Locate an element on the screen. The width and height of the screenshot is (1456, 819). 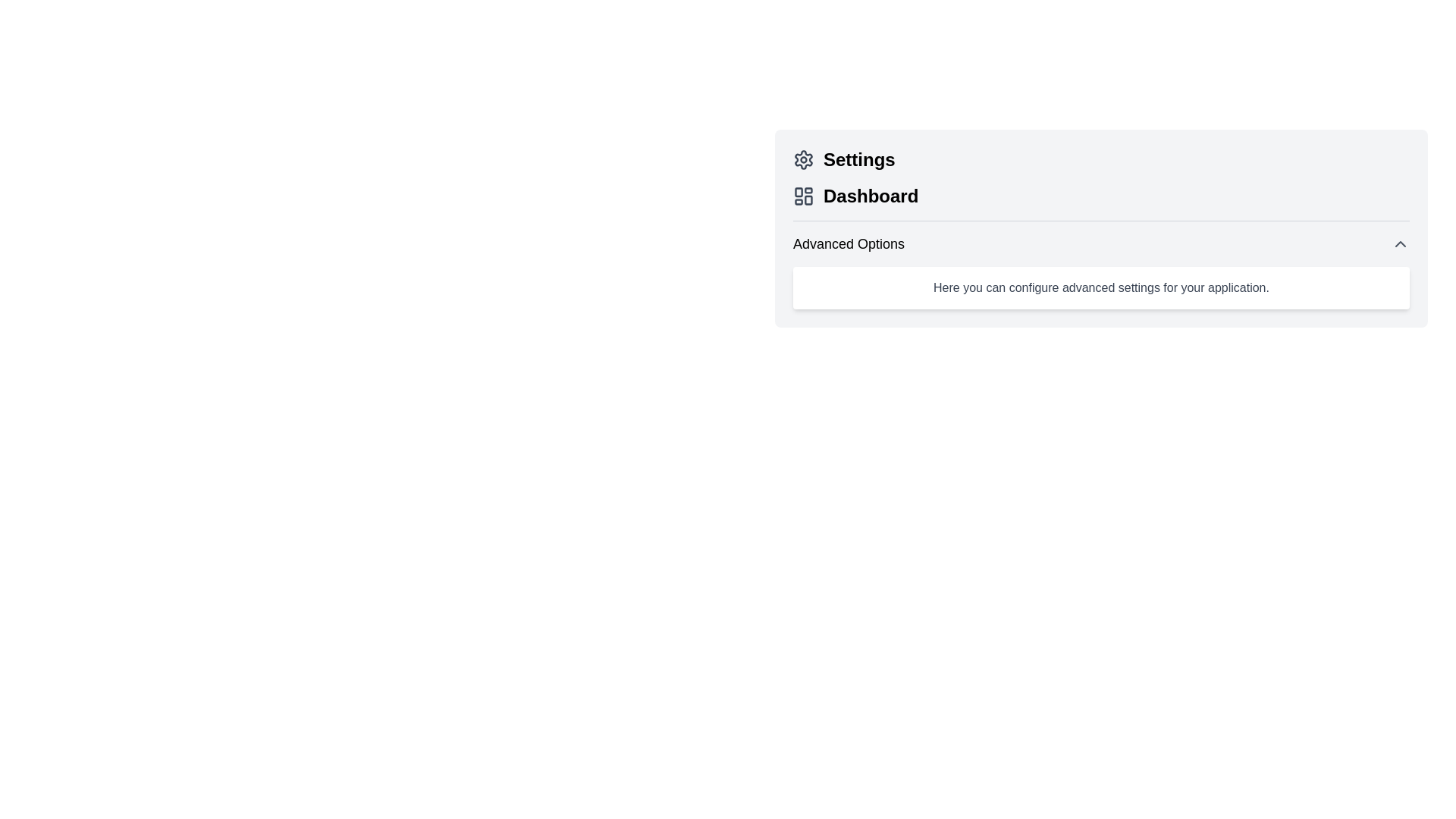
the visual separator line that distinguishes the 'Dashboard' section from the 'Advanced Options' section is located at coordinates (1101, 221).